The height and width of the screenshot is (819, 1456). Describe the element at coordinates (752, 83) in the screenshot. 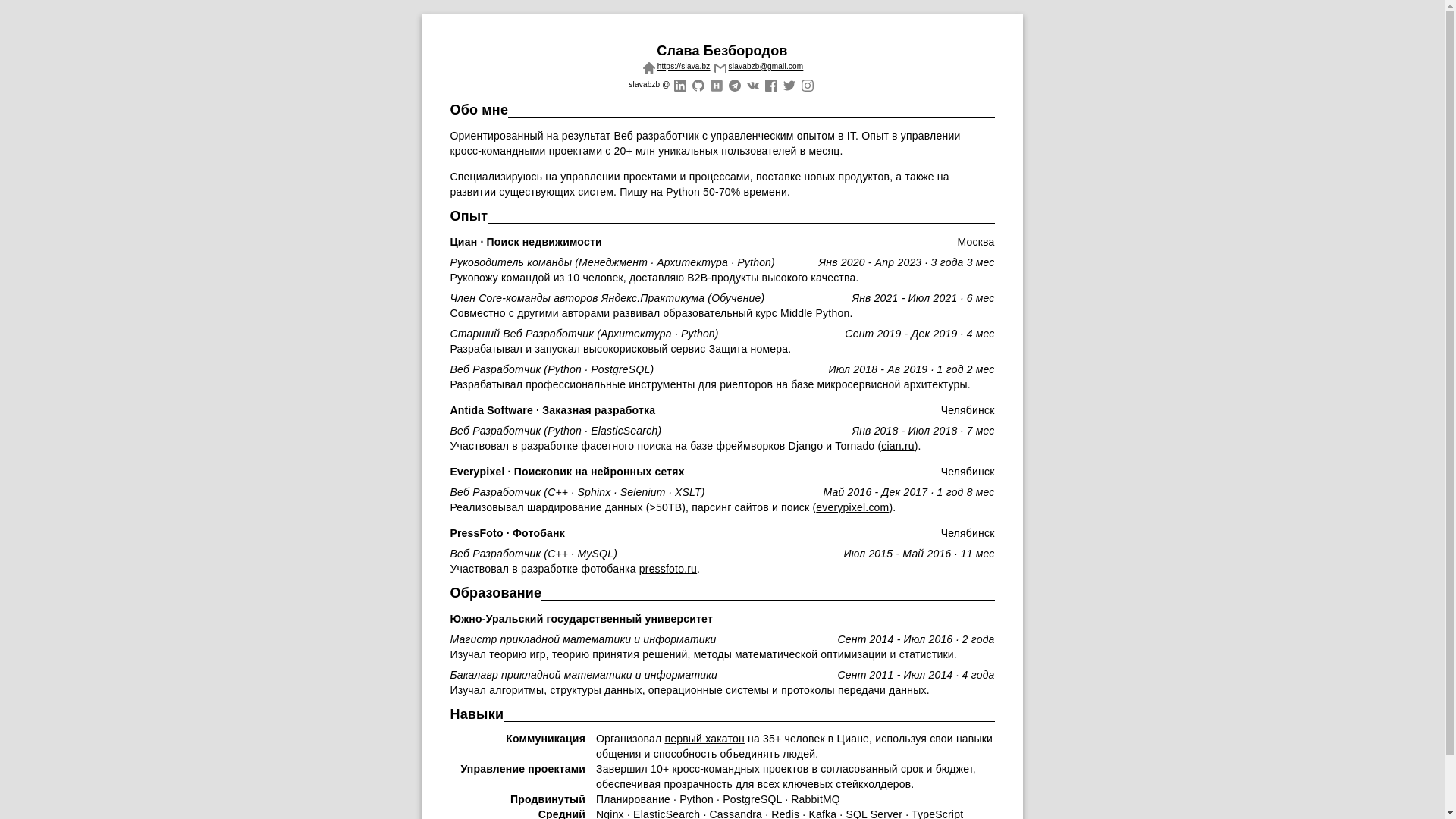

I see `'slavabzb'` at that location.